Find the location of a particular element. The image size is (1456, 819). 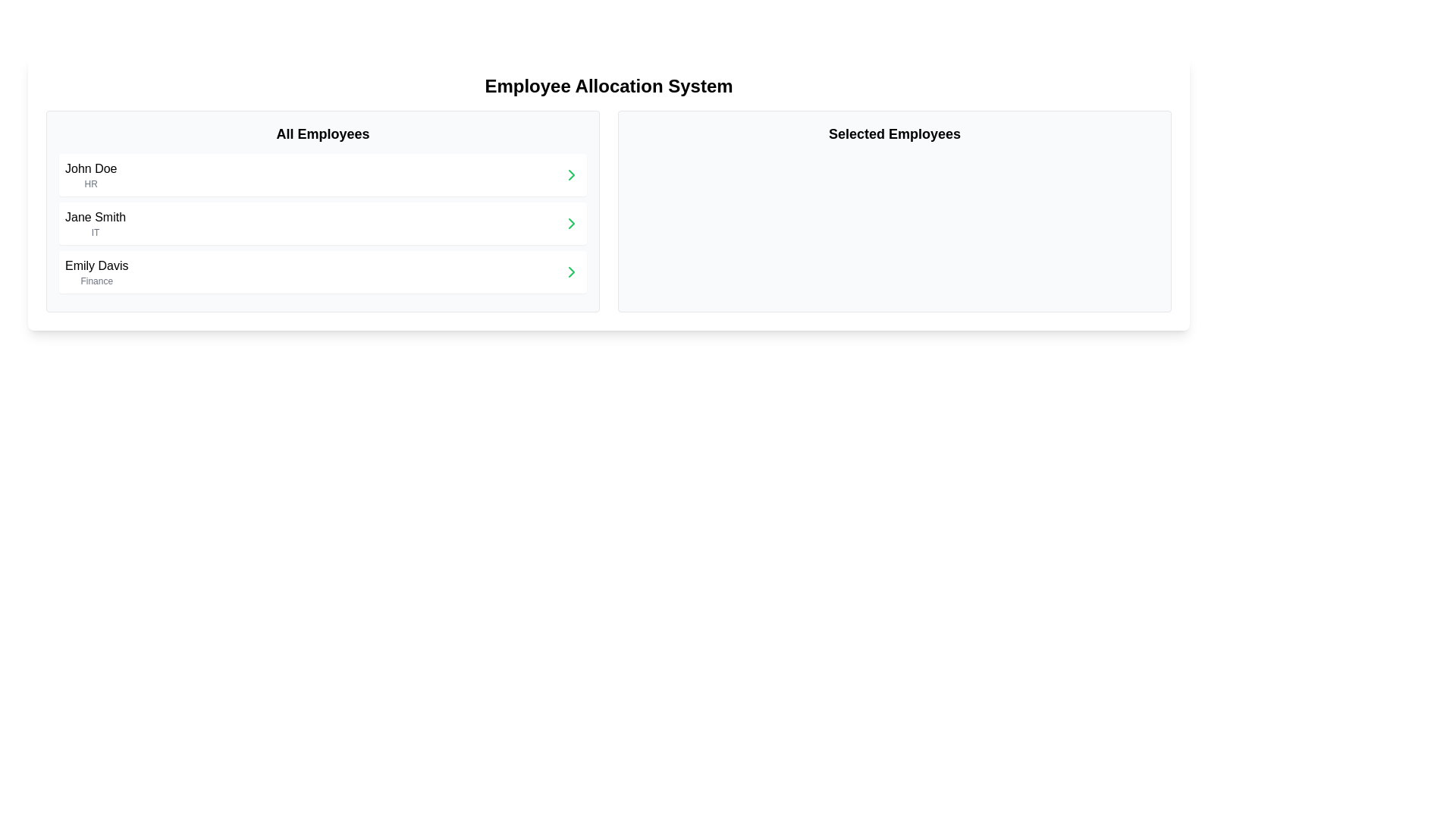

the rightward-pointing green arrow icon button located within the third item of the 'All Employees' list for user 'Jane Smith' in the IT department is located at coordinates (570, 223).